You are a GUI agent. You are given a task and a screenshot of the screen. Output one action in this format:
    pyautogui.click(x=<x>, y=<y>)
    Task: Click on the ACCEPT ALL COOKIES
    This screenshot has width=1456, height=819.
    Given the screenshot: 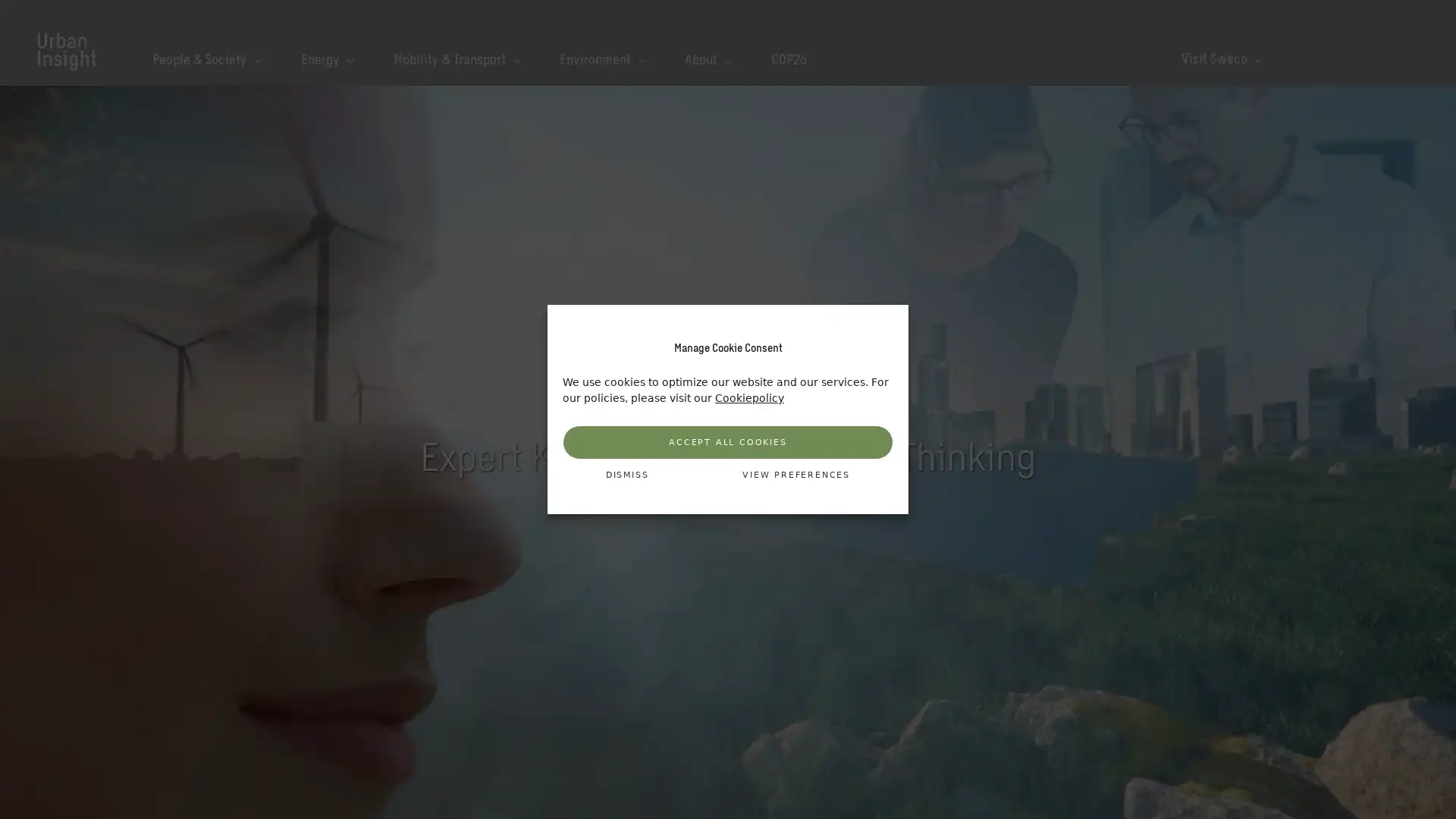 What is the action you would take?
    pyautogui.click(x=728, y=442)
    